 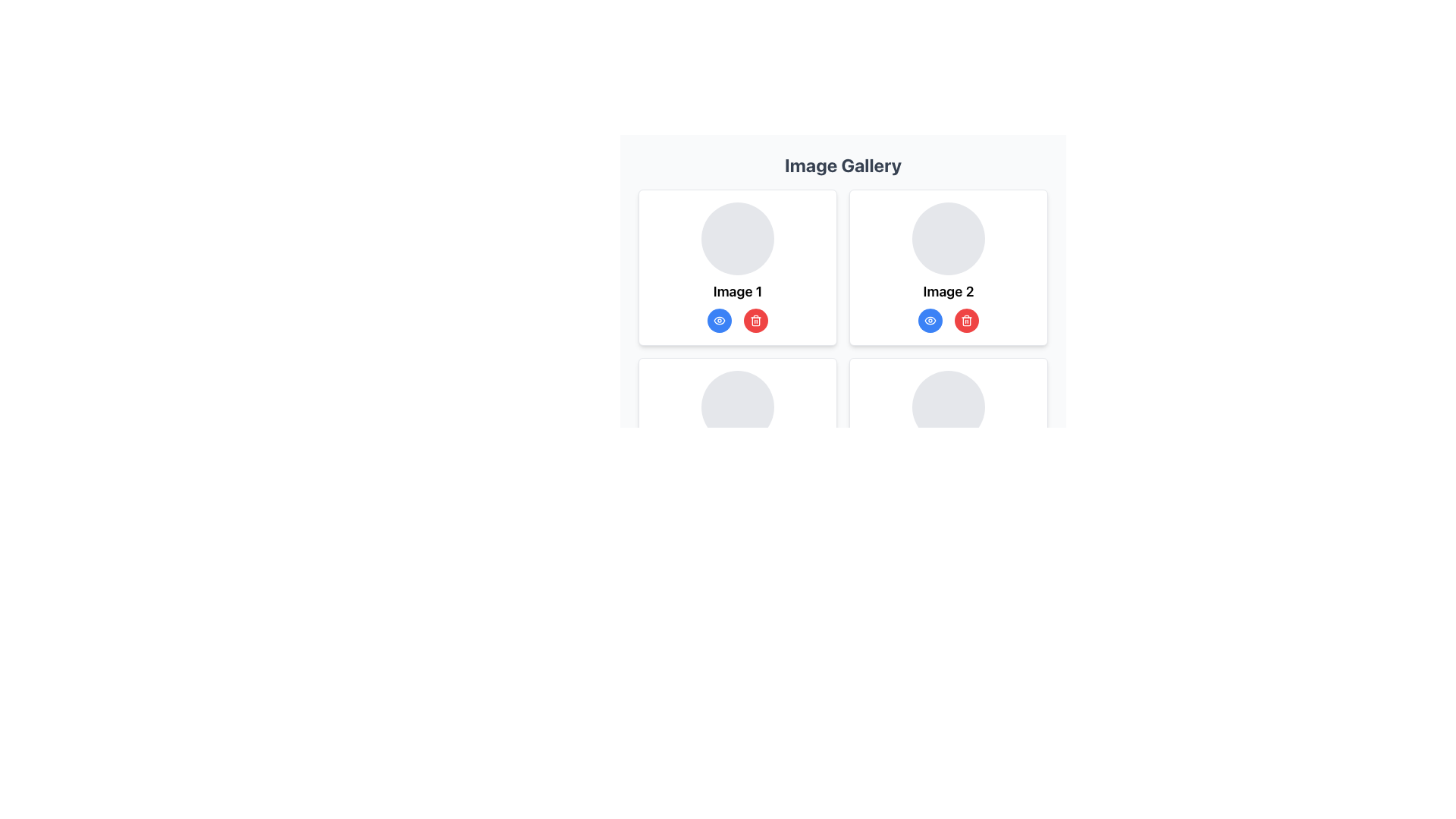 I want to click on the eye icon within its rounded button, so click(x=719, y=320).